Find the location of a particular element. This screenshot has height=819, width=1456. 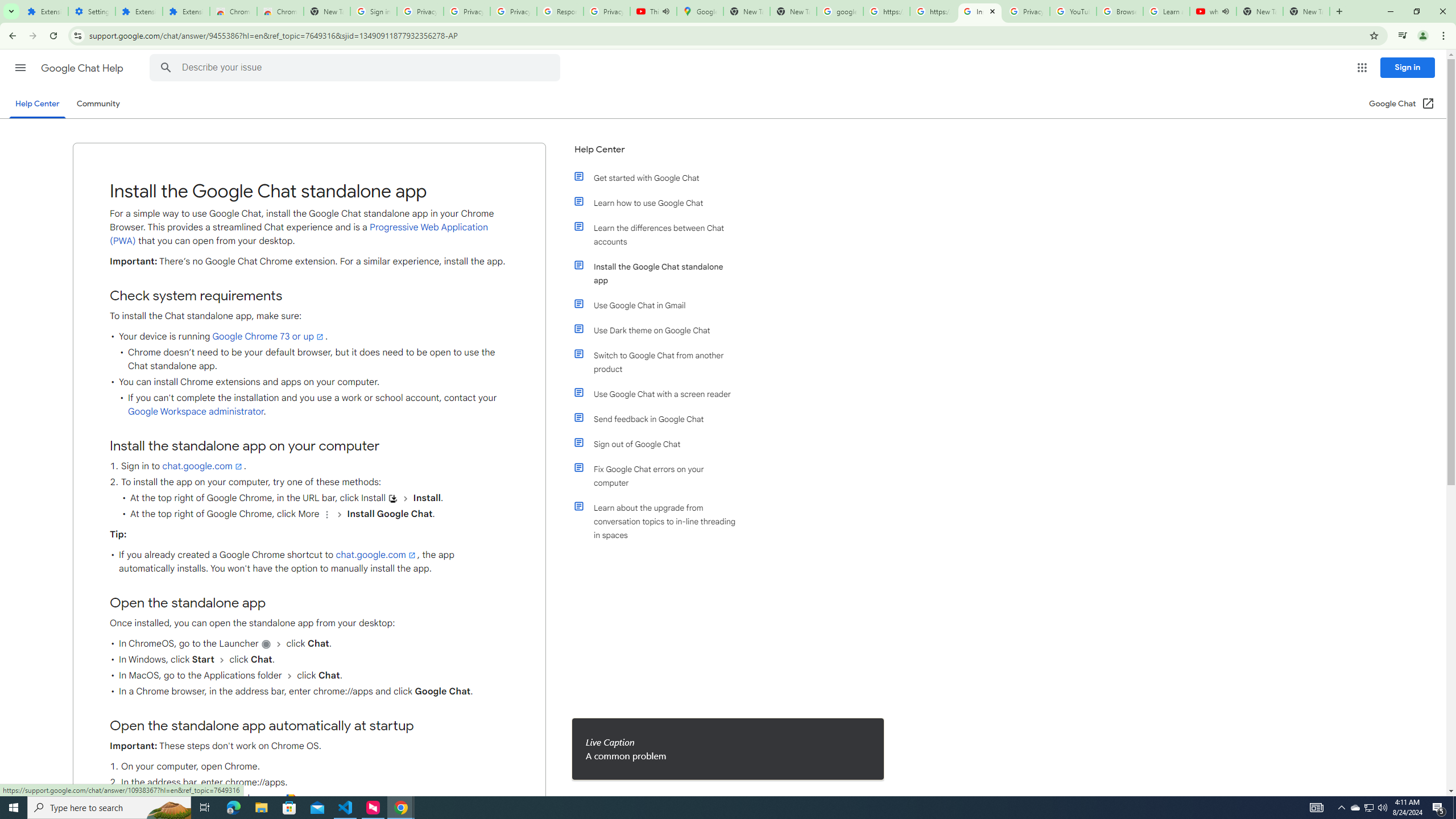

'Browse Chrome as a guest - Computer - Google Chrome Help' is located at coordinates (1119, 11).